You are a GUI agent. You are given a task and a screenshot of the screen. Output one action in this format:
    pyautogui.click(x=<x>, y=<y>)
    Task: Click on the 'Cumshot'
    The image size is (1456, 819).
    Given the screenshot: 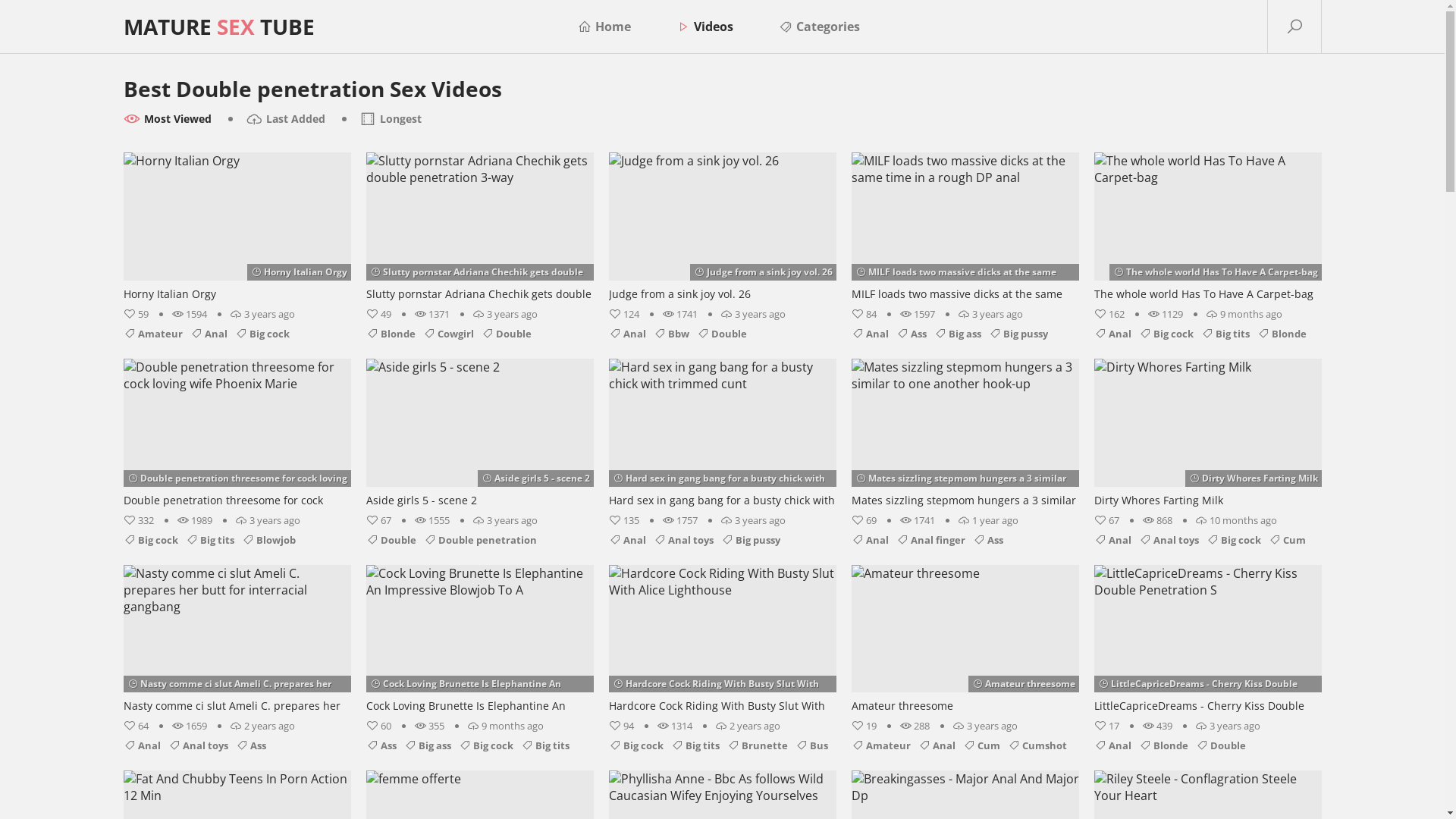 What is the action you would take?
    pyautogui.click(x=1007, y=745)
    